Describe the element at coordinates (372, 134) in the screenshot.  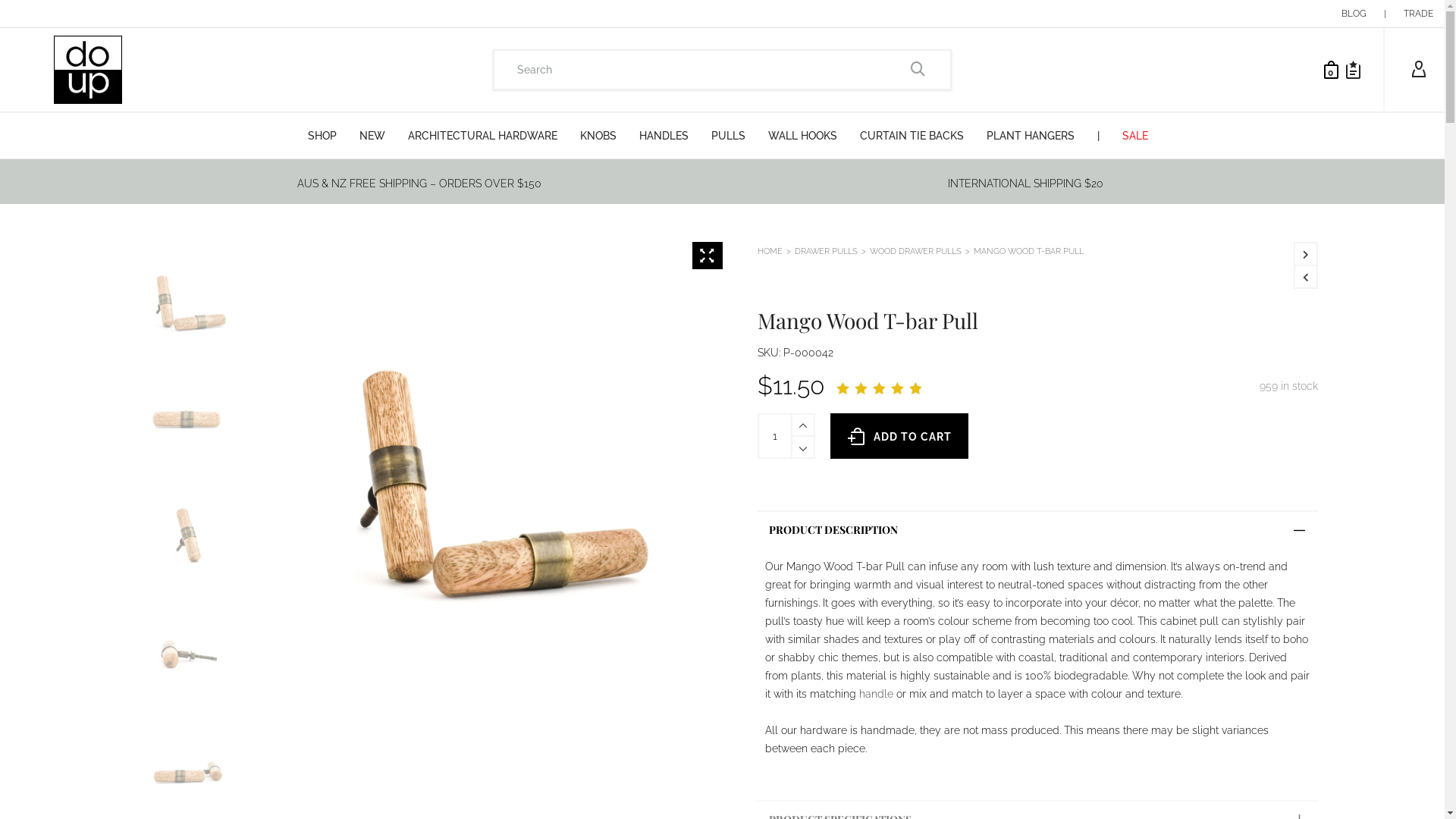
I see `'NEW'` at that location.